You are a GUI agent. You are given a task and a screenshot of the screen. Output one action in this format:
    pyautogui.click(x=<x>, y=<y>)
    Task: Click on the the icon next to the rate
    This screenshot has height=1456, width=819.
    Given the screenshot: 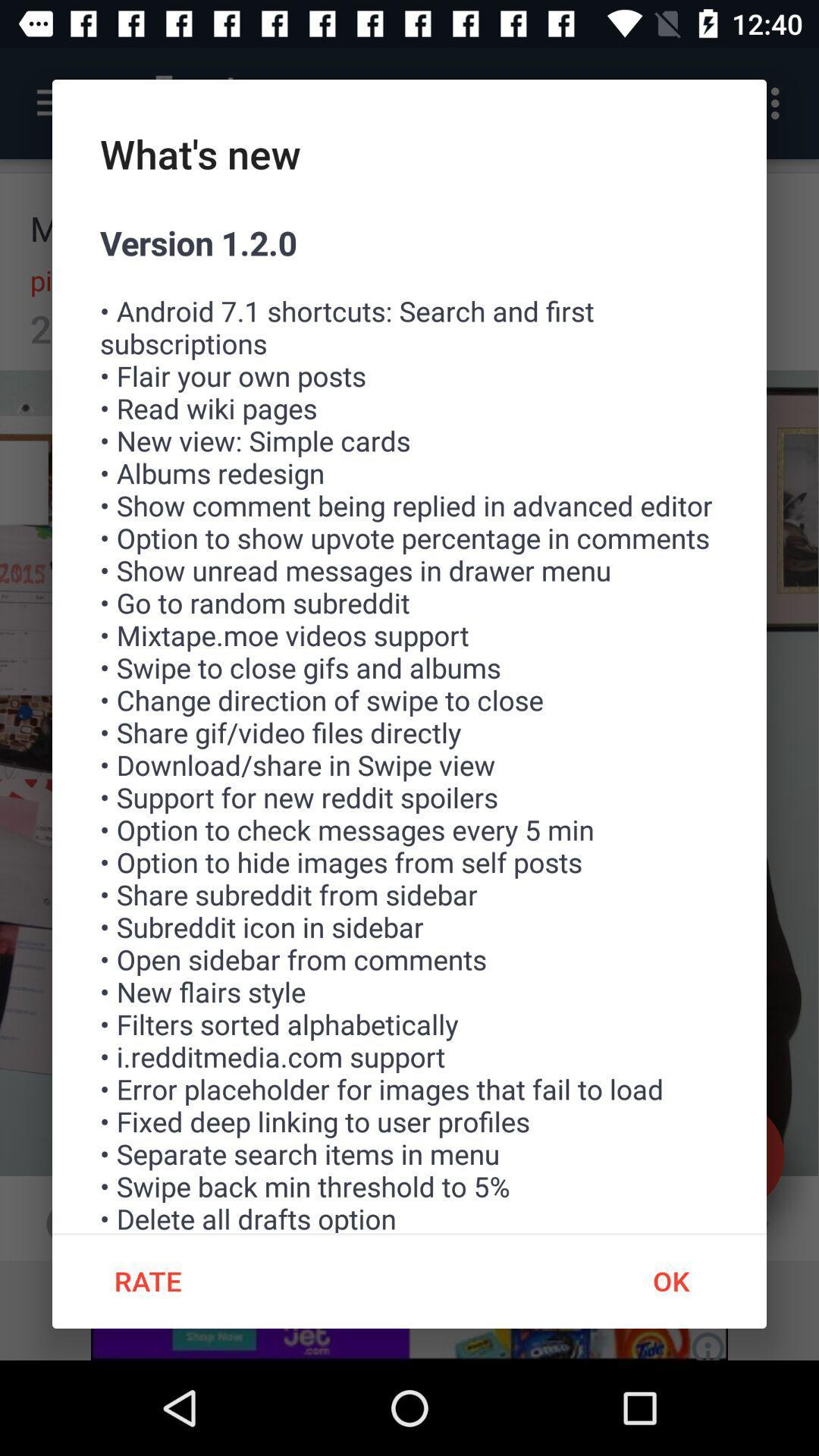 What is the action you would take?
    pyautogui.click(x=670, y=1280)
    